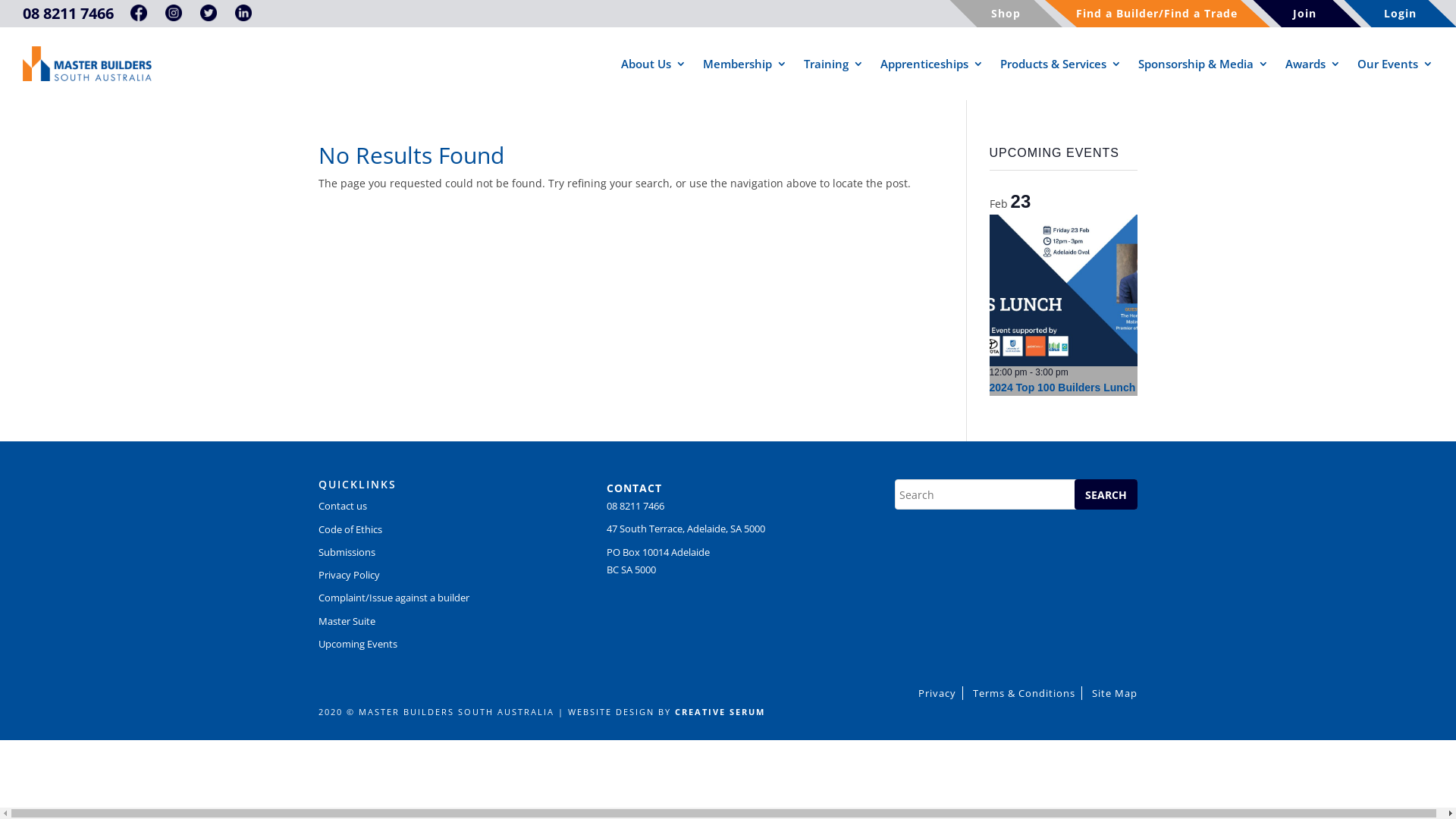  What do you see at coordinates (346, 552) in the screenshot?
I see `'Submissions'` at bounding box center [346, 552].